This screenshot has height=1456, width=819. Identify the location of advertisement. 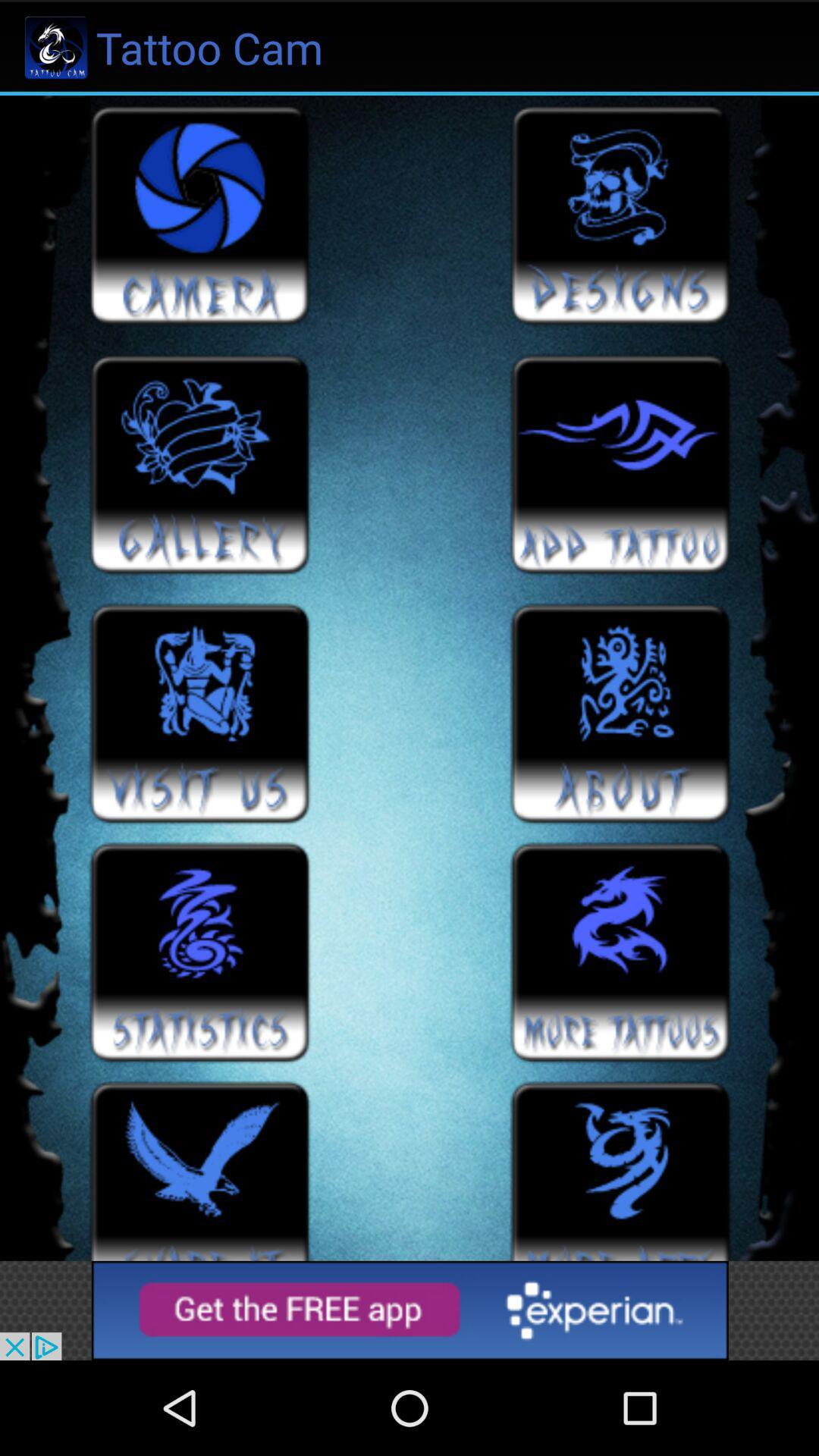
(409, 1310).